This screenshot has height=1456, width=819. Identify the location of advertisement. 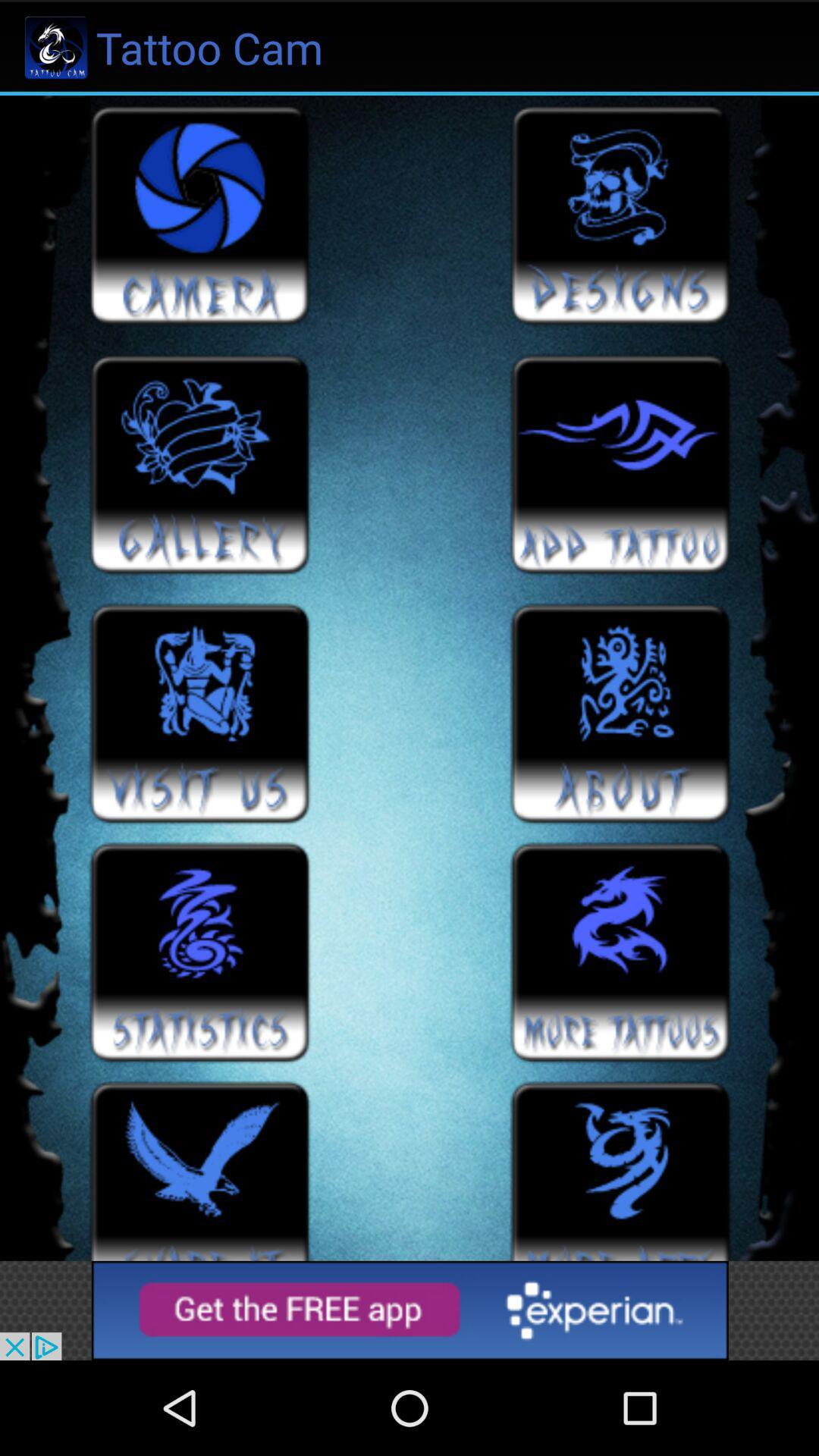
(409, 1310).